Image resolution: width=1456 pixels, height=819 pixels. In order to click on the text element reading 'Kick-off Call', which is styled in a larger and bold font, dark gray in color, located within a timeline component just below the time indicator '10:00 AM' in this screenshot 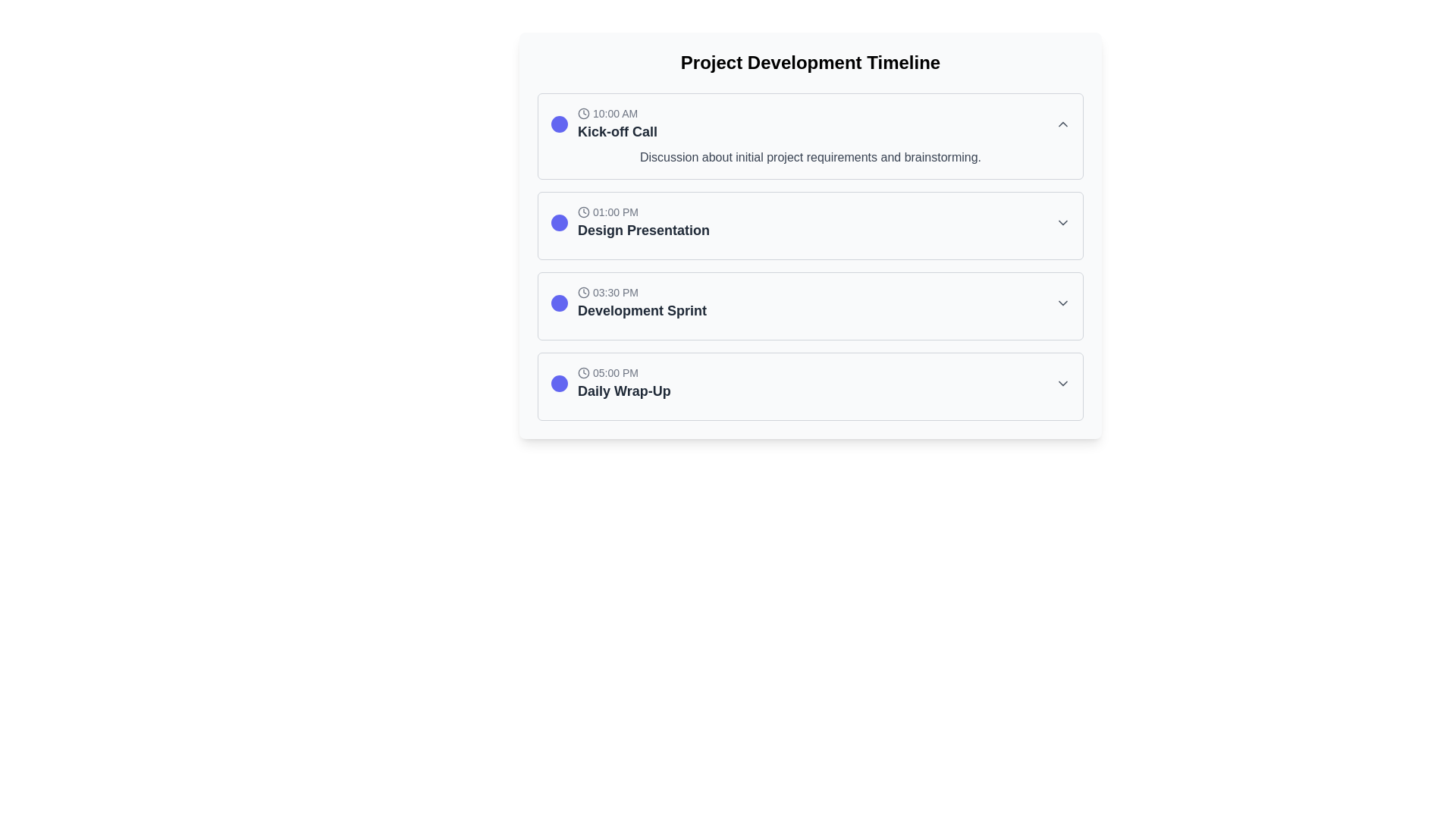, I will do `click(617, 130)`.